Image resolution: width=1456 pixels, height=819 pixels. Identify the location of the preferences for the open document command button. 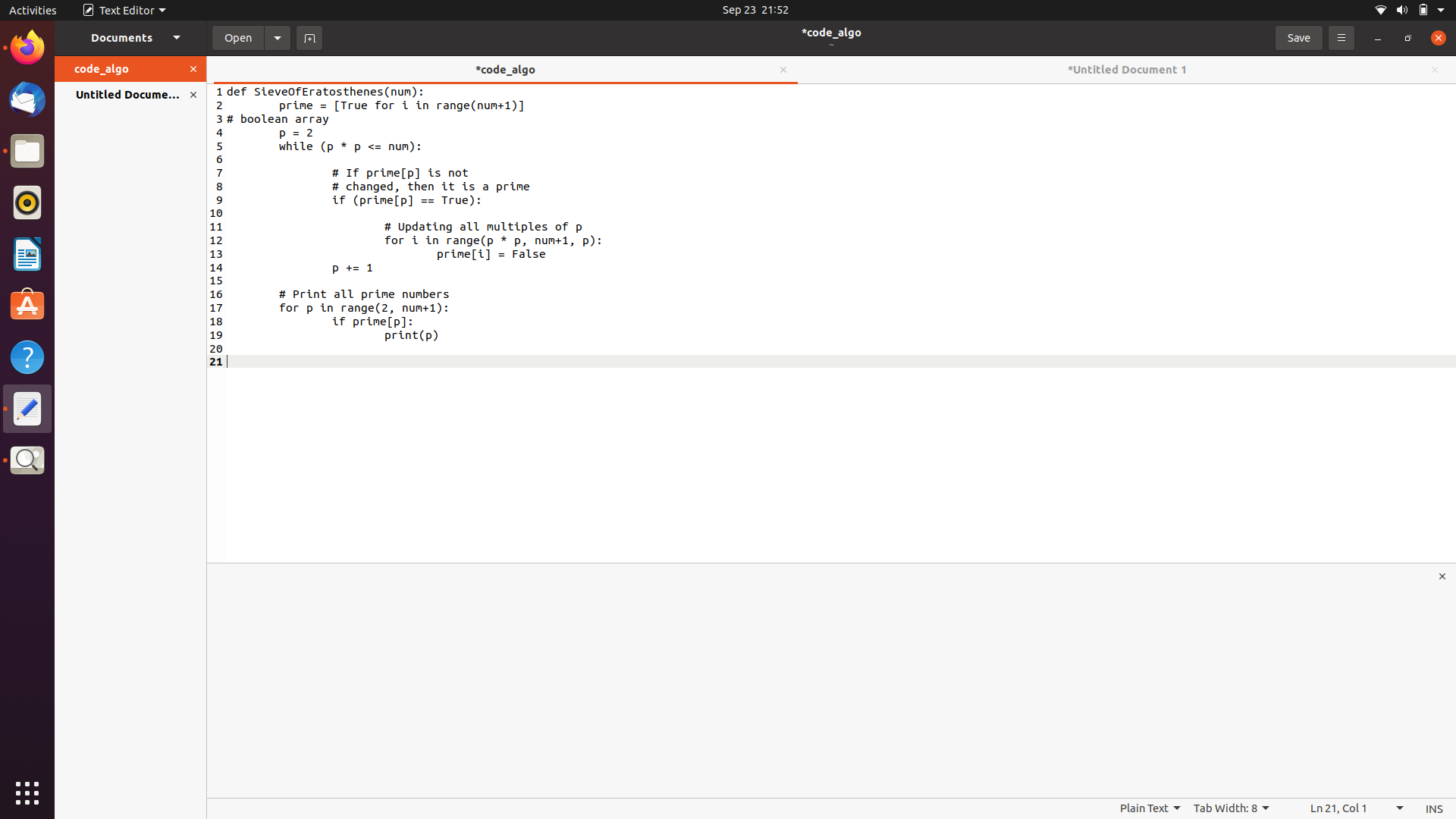
(278, 36).